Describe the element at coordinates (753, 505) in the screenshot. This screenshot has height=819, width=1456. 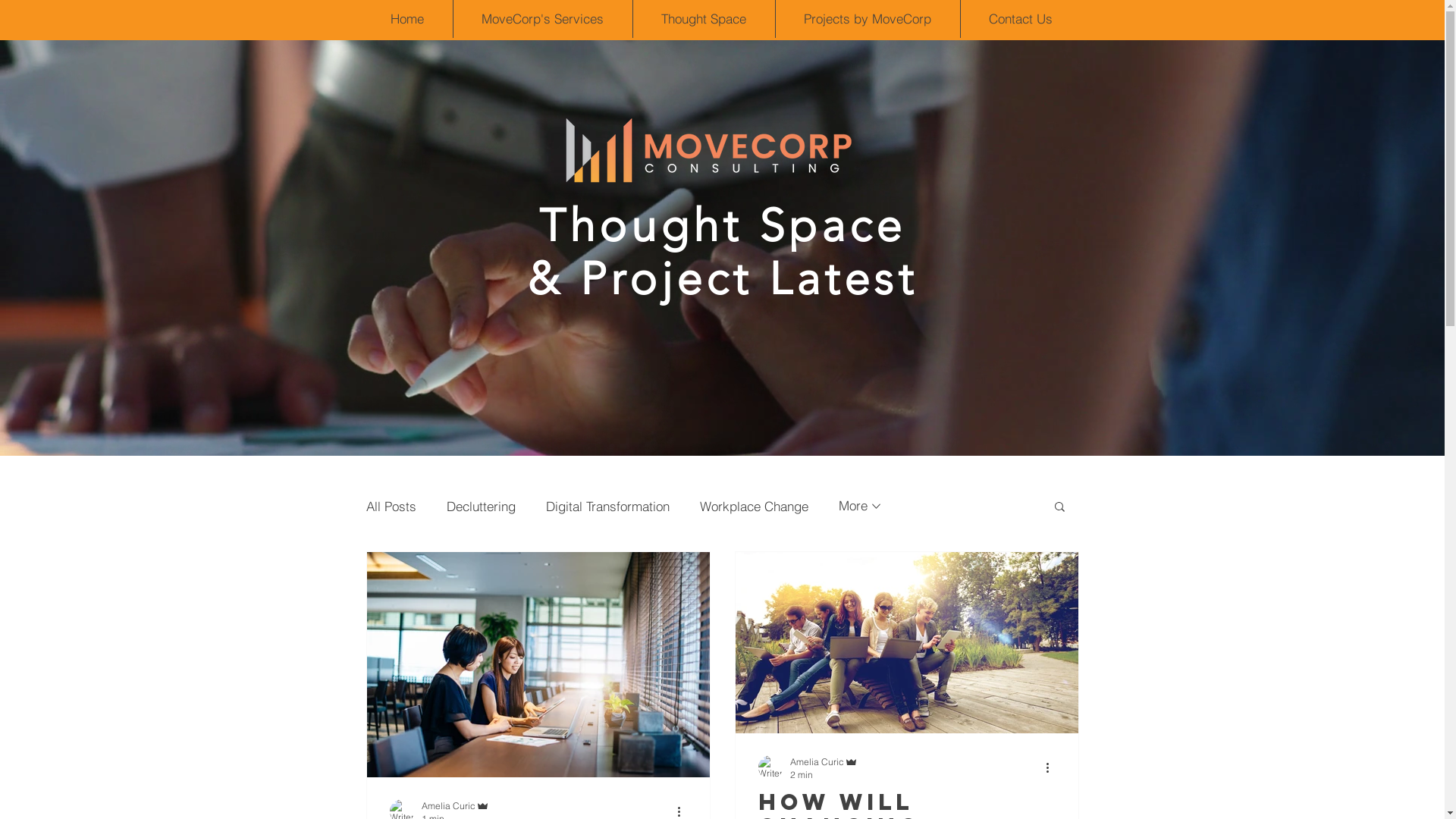
I see `'Workplace Change'` at that location.